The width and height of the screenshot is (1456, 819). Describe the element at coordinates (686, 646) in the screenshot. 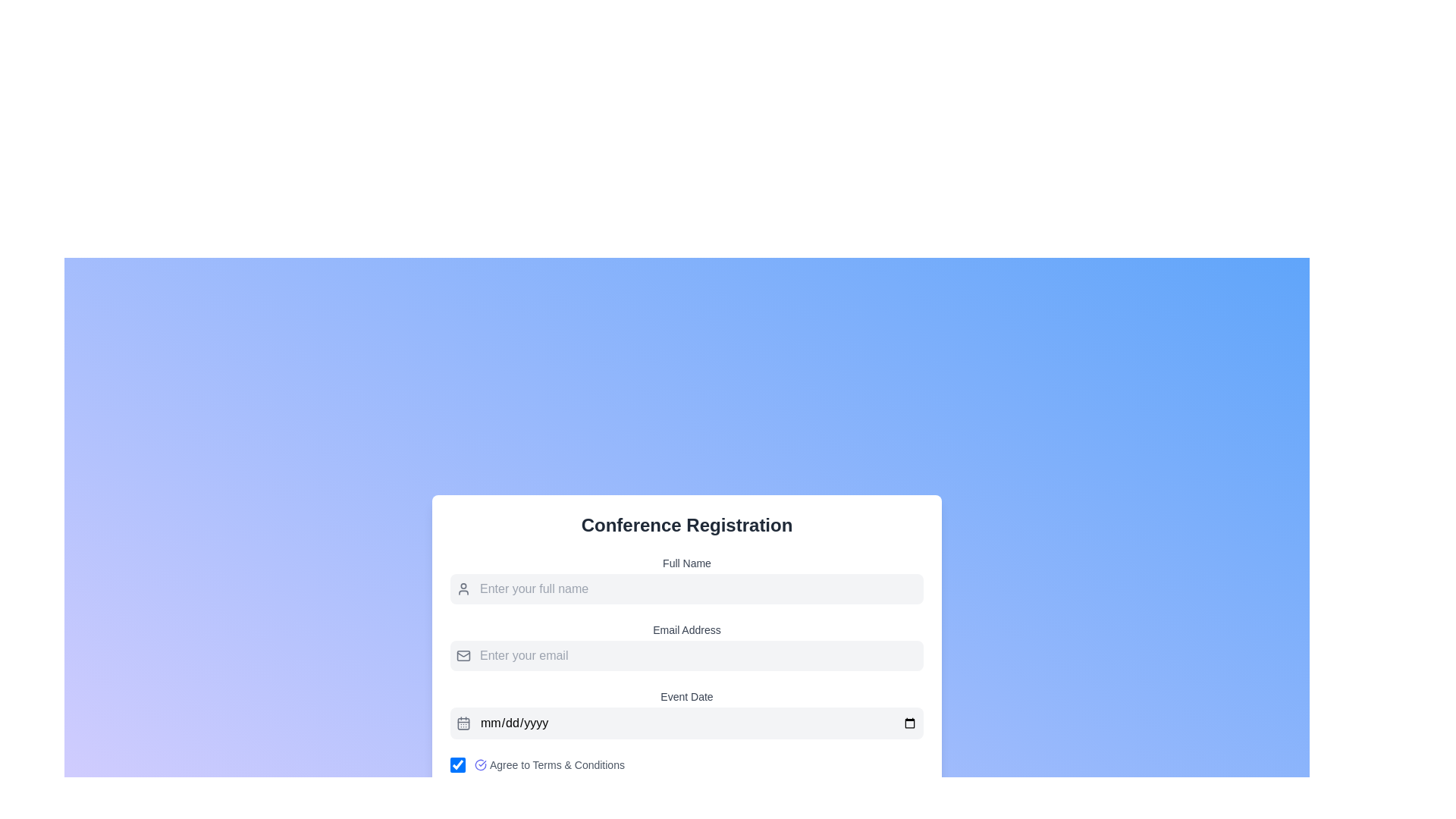

I see `the email input field located under the 'Full Name' field and above the 'Event Date' field in the 'Conference Registration' section` at that location.